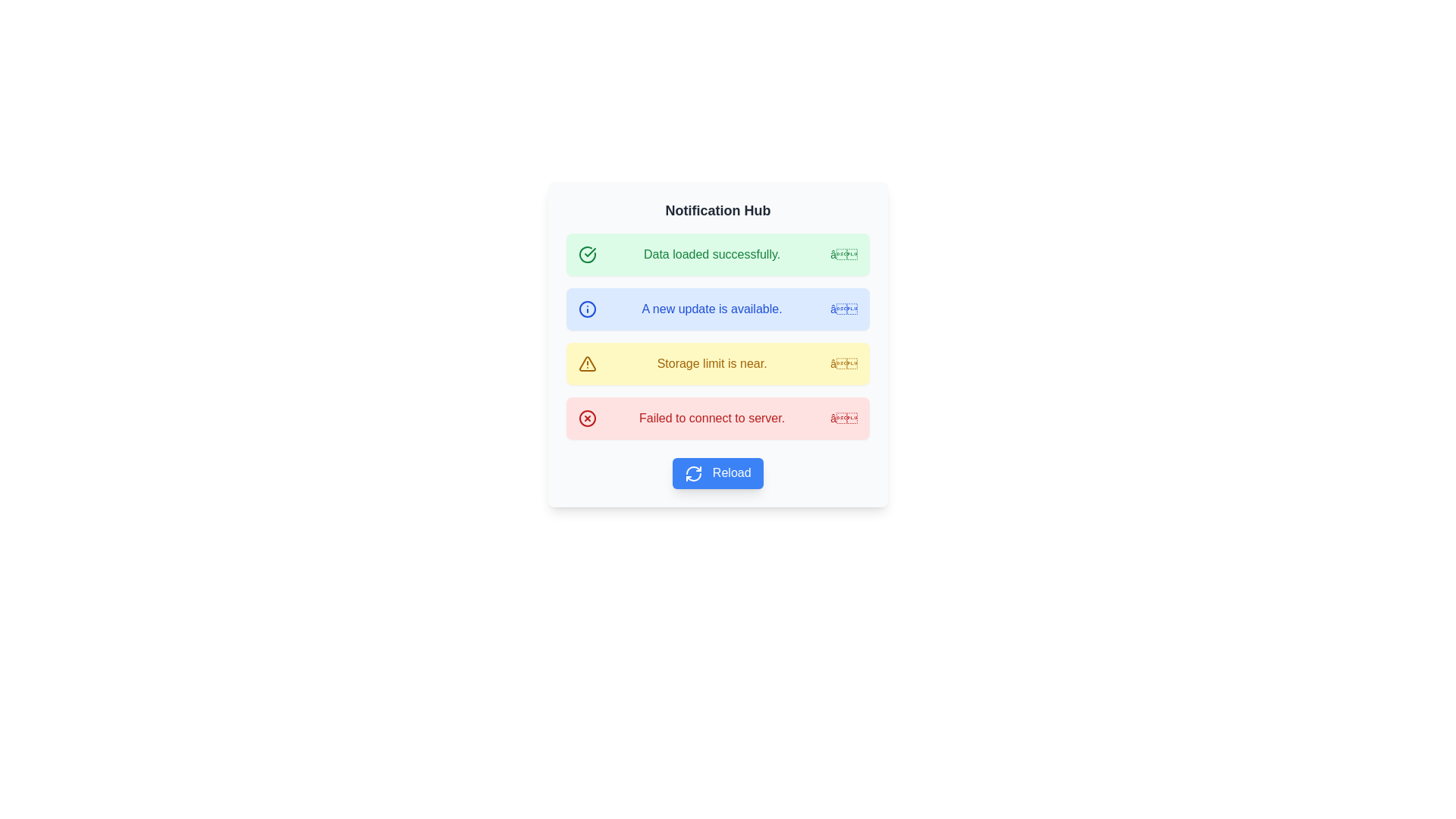 This screenshot has height=819, width=1456. Describe the element at coordinates (711, 309) in the screenshot. I see `the text label that reads 'A new update is available.' which is styled with a blue font color against a light blue background and is positioned as the second notification in a vertical stack` at that location.